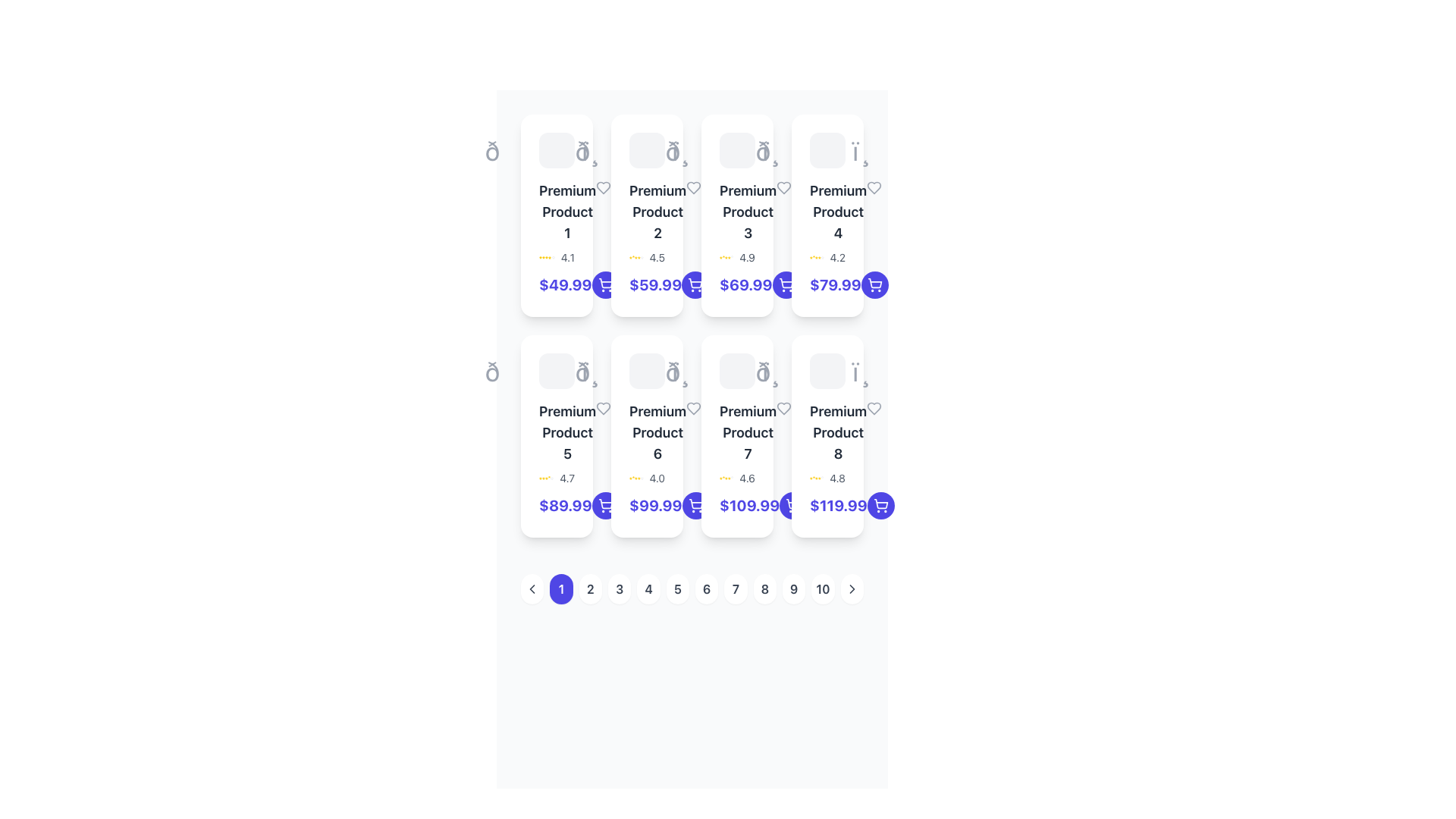 This screenshot has height=819, width=1456. What do you see at coordinates (620, 588) in the screenshot?
I see `the circular button displaying the number '3'` at bounding box center [620, 588].